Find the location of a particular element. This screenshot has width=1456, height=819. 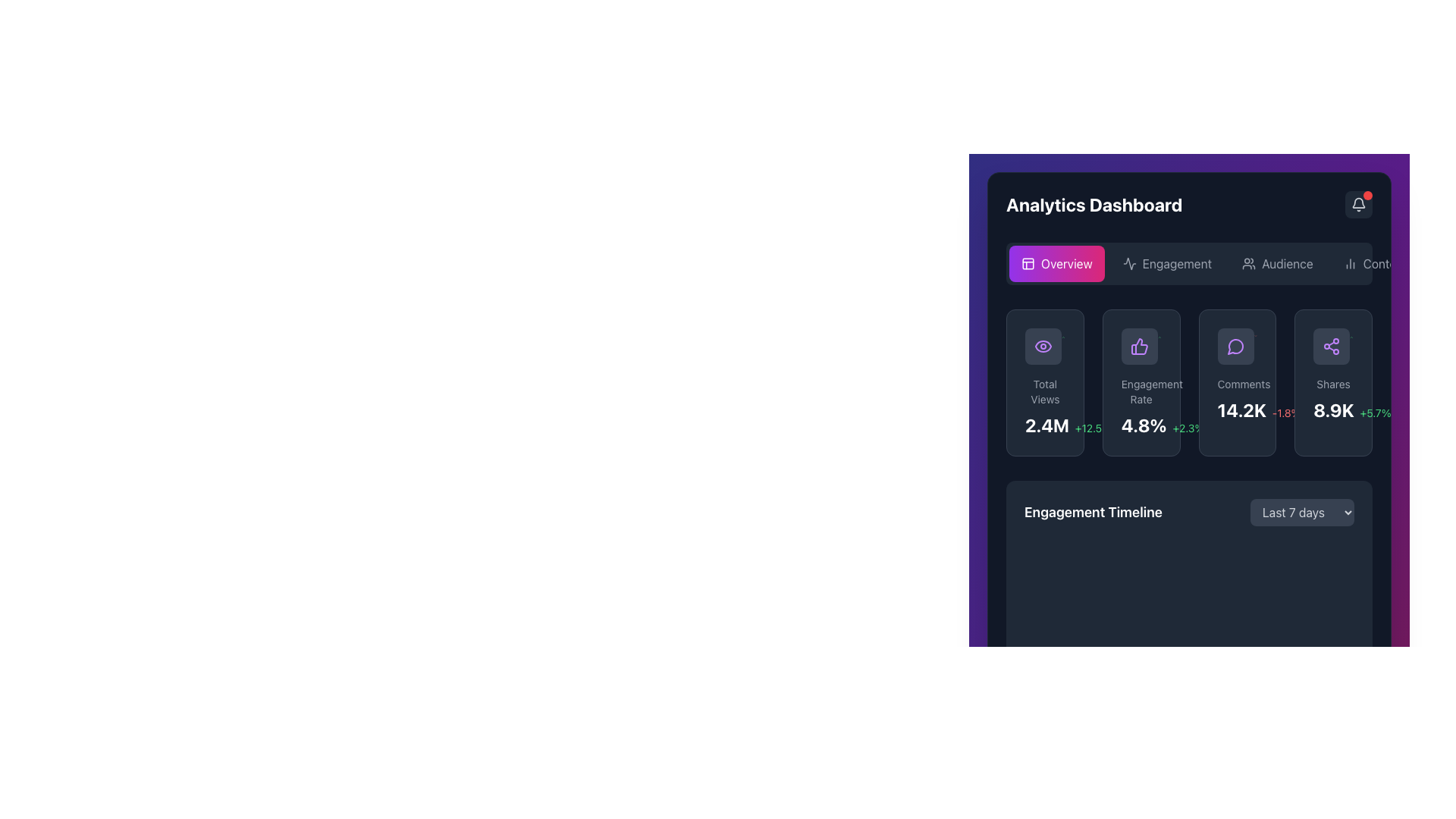

the circular purple outlined eye icon located at the top-left corner of the 'Total Views' card on the dashboard is located at coordinates (1044, 346).